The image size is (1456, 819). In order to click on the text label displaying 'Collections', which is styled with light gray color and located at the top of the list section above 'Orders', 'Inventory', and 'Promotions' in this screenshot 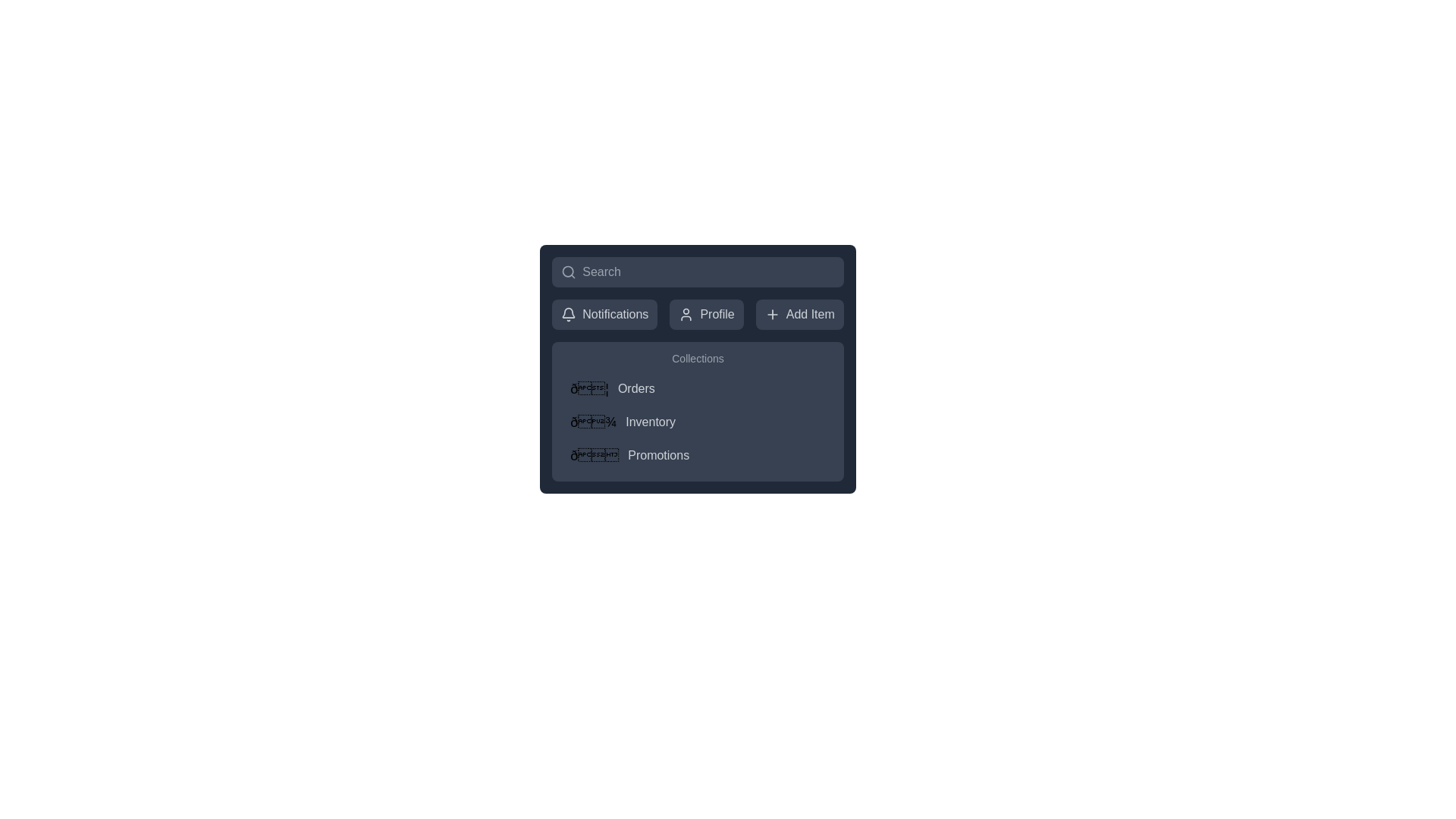, I will do `click(697, 359)`.